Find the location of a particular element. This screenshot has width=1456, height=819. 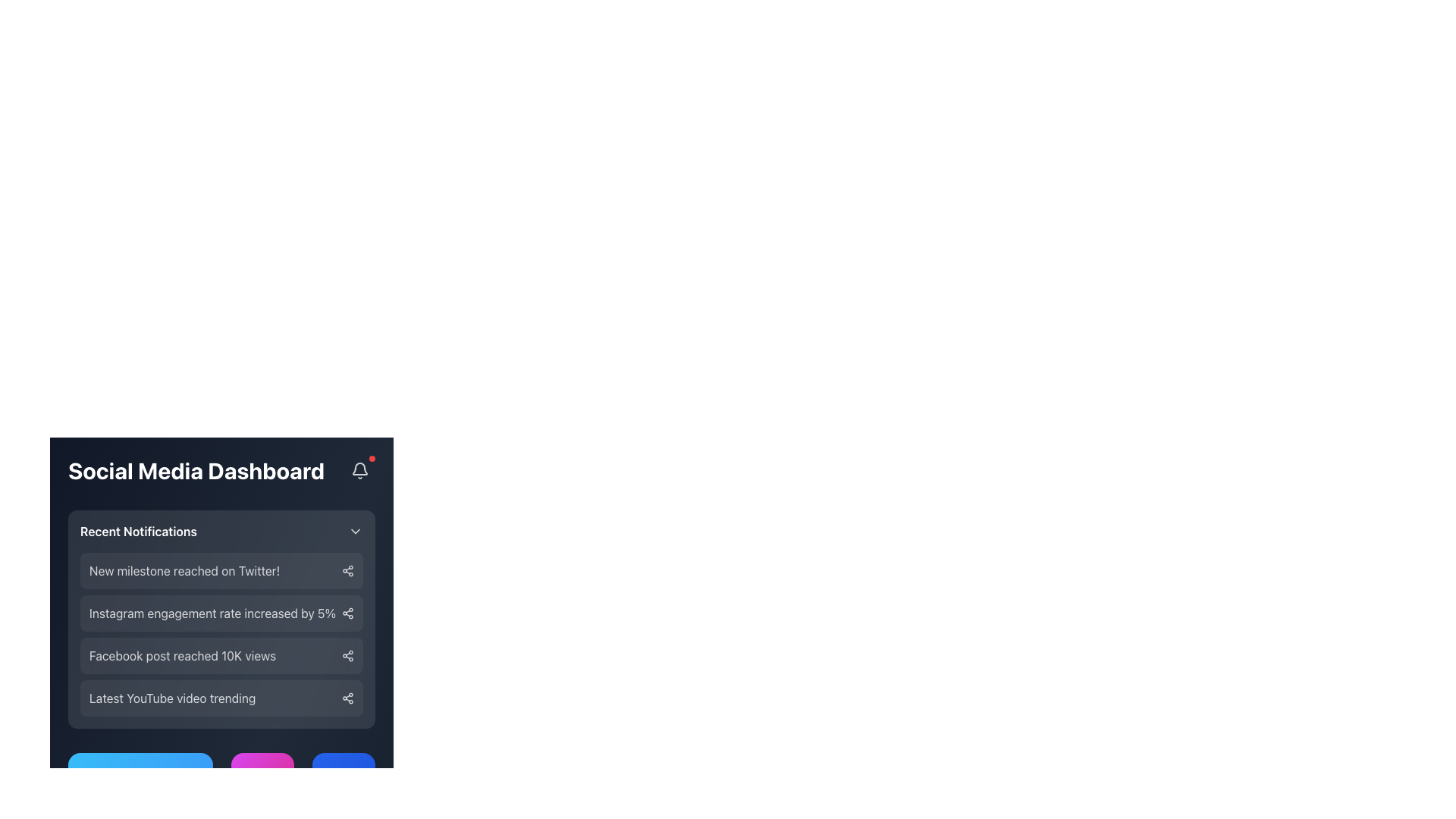

the chevron icon in the upper-right corner of the 'Recent Notifications' section is located at coordinates (355, 531).